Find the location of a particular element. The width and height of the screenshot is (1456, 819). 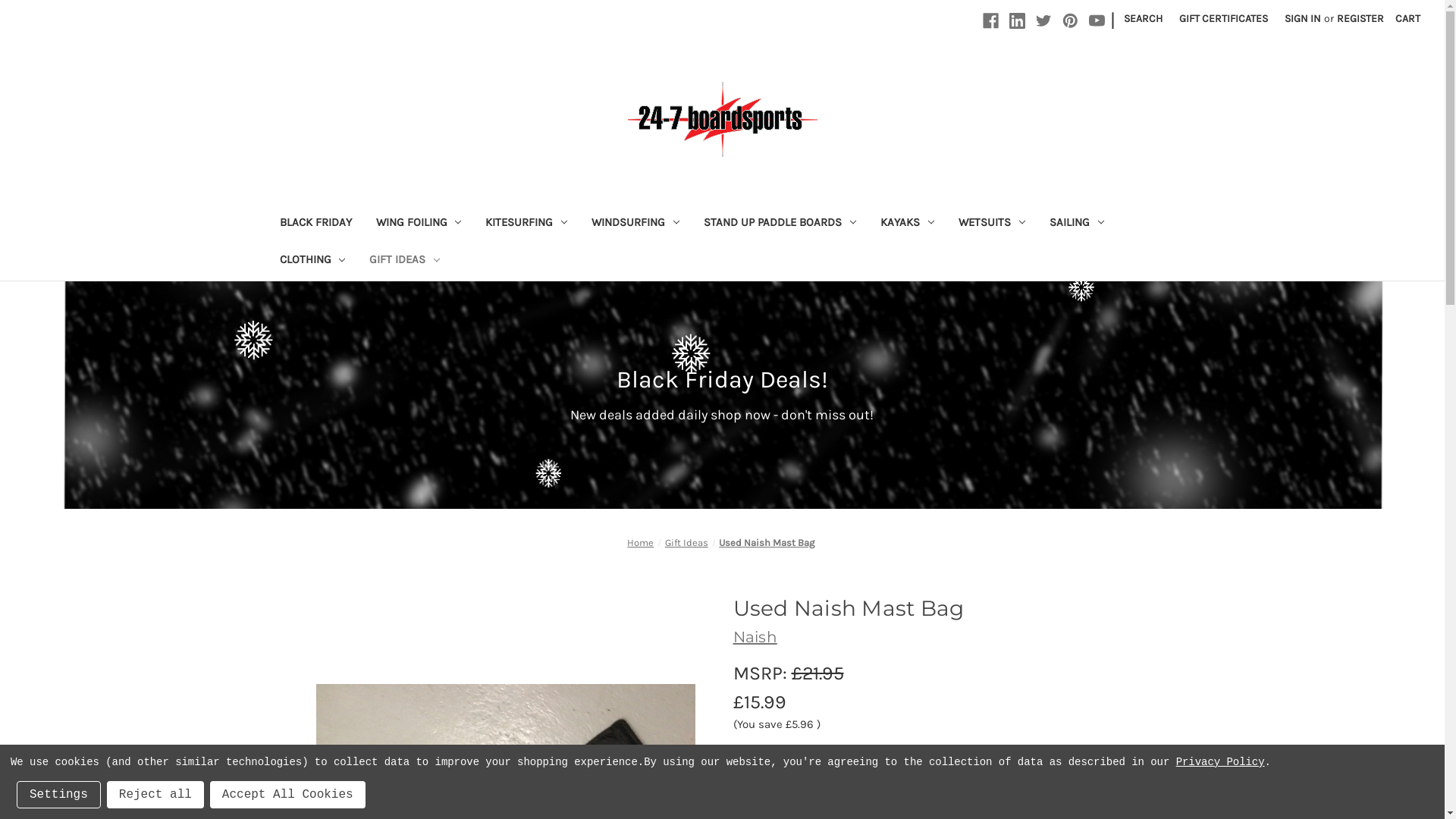

'Twitter' is located at coordinates (1035, 20).